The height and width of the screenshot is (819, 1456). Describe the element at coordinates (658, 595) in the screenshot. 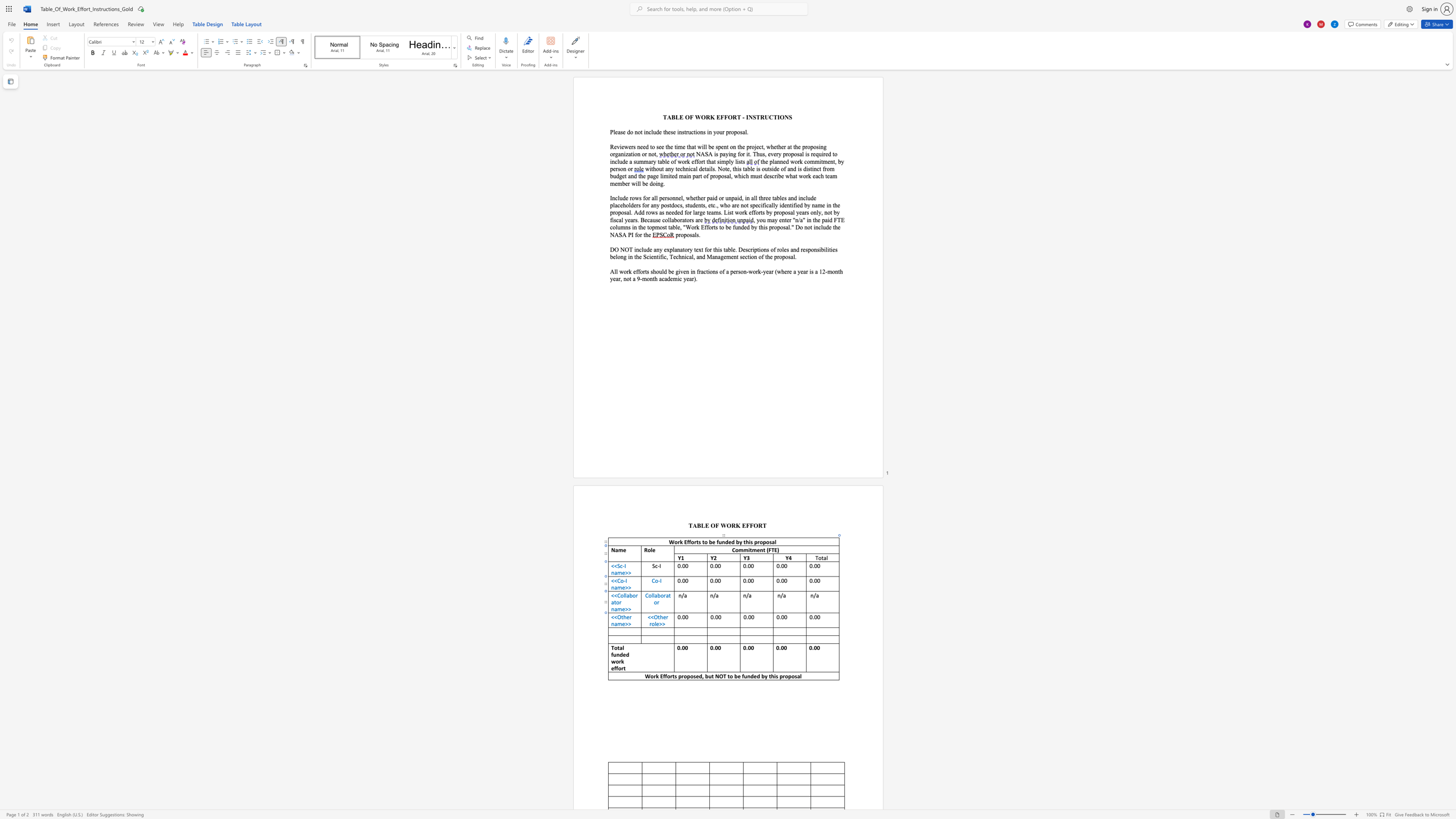

I see `the 1th character "b" in the text` at that location.